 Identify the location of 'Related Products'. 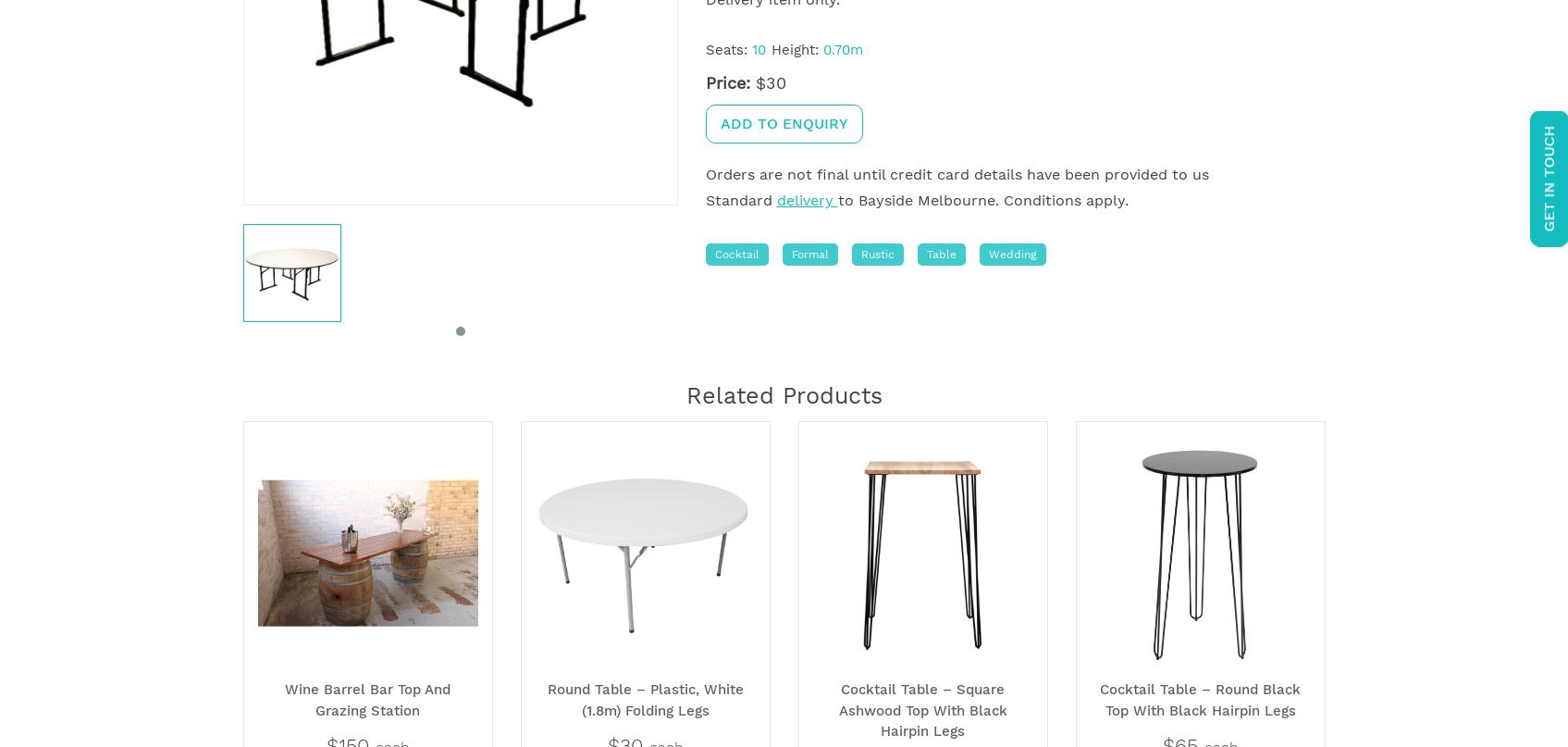
(783, 394).